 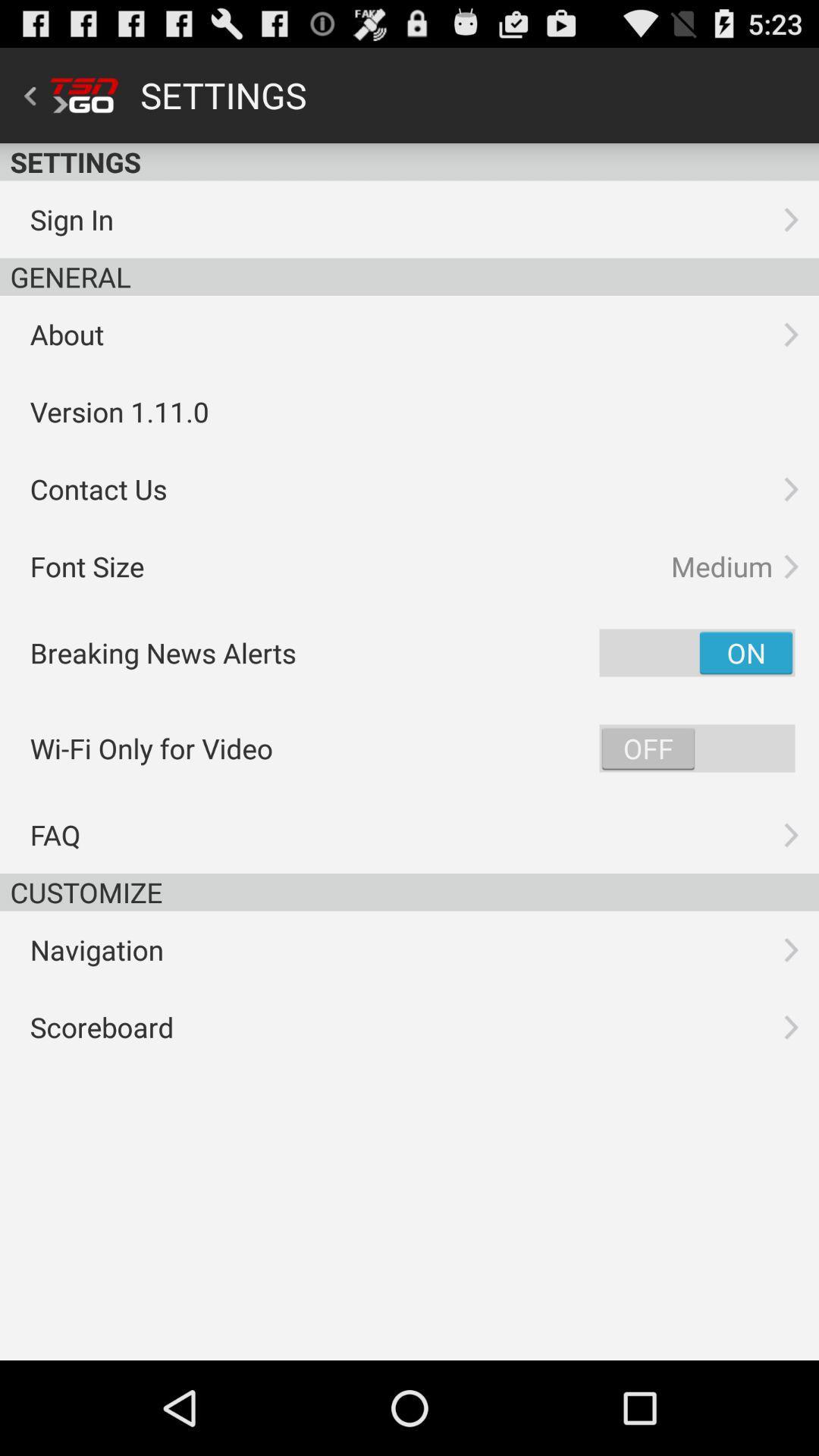 What do you see at coordinates (697, 652) in the screenshot?
I see `breaking news alerts` at bounding box center [697, 652].